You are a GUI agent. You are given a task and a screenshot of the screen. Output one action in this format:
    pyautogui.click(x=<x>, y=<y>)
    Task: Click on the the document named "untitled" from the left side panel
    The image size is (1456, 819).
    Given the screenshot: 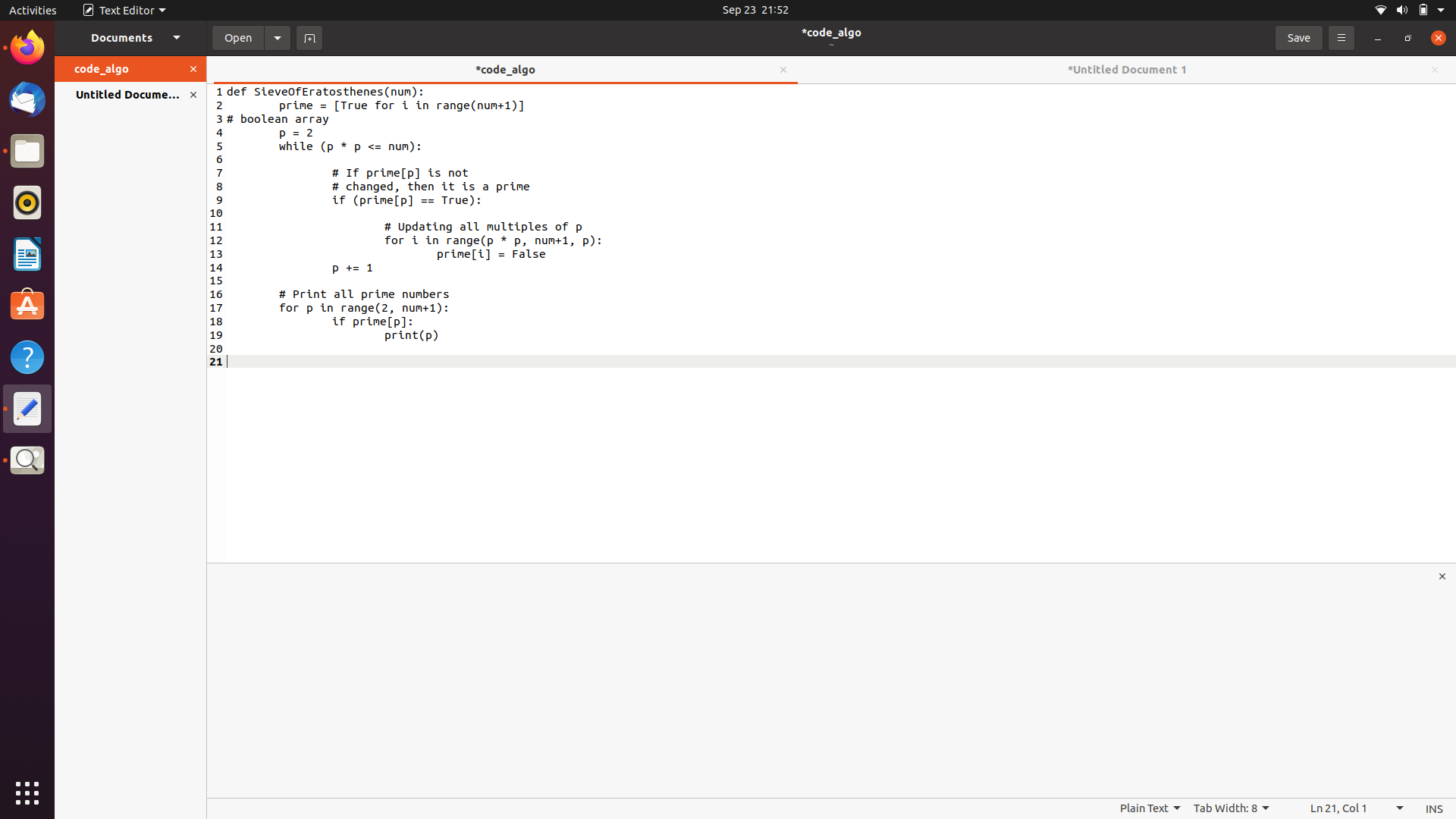 What is the action you would take?
    pyautogui.click(x=119, y=94)
    